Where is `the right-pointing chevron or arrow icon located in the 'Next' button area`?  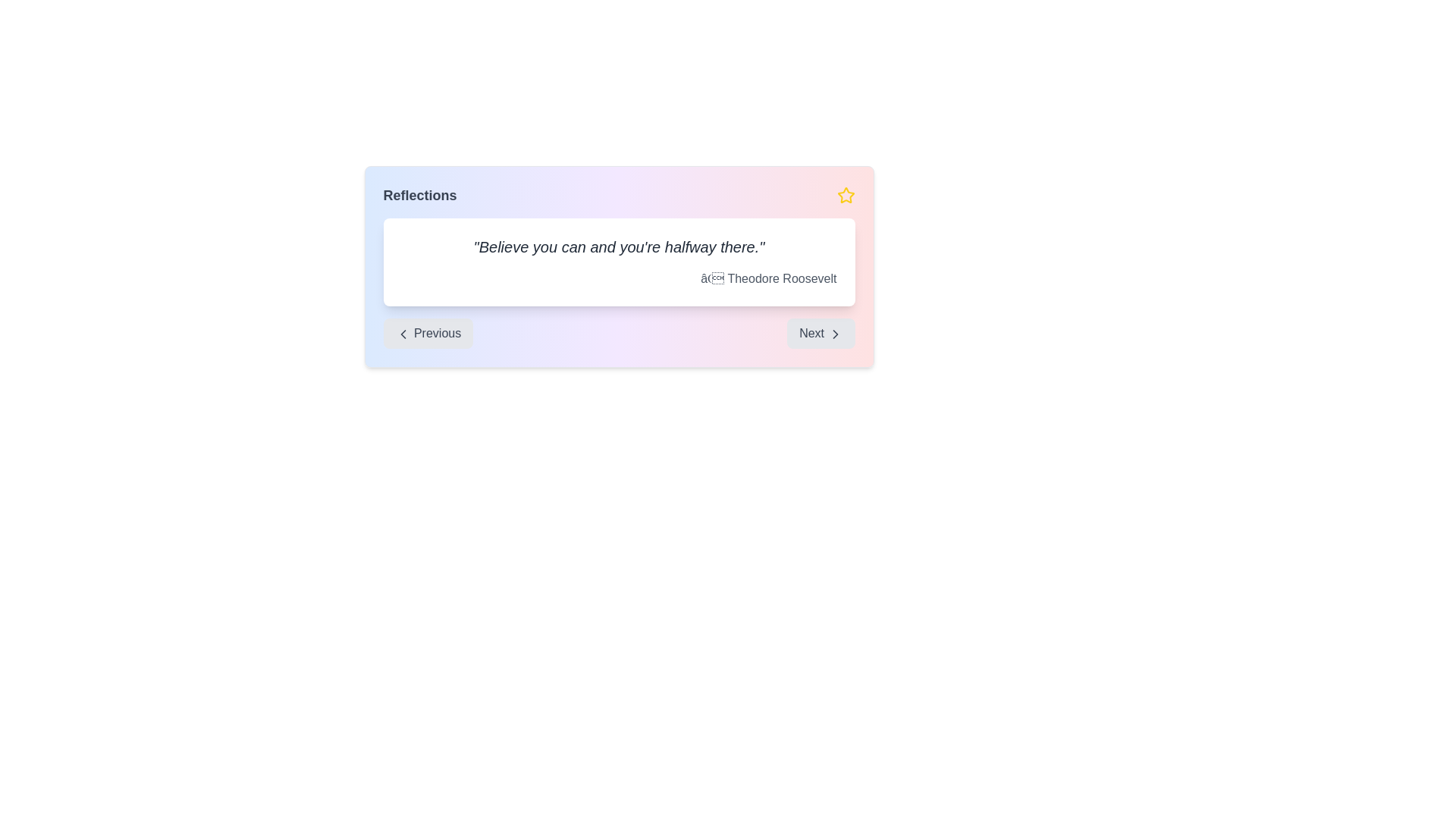 the right-pointing chevron or arrow icon located in the 'Next' button area is located at coordinates (834, 333).